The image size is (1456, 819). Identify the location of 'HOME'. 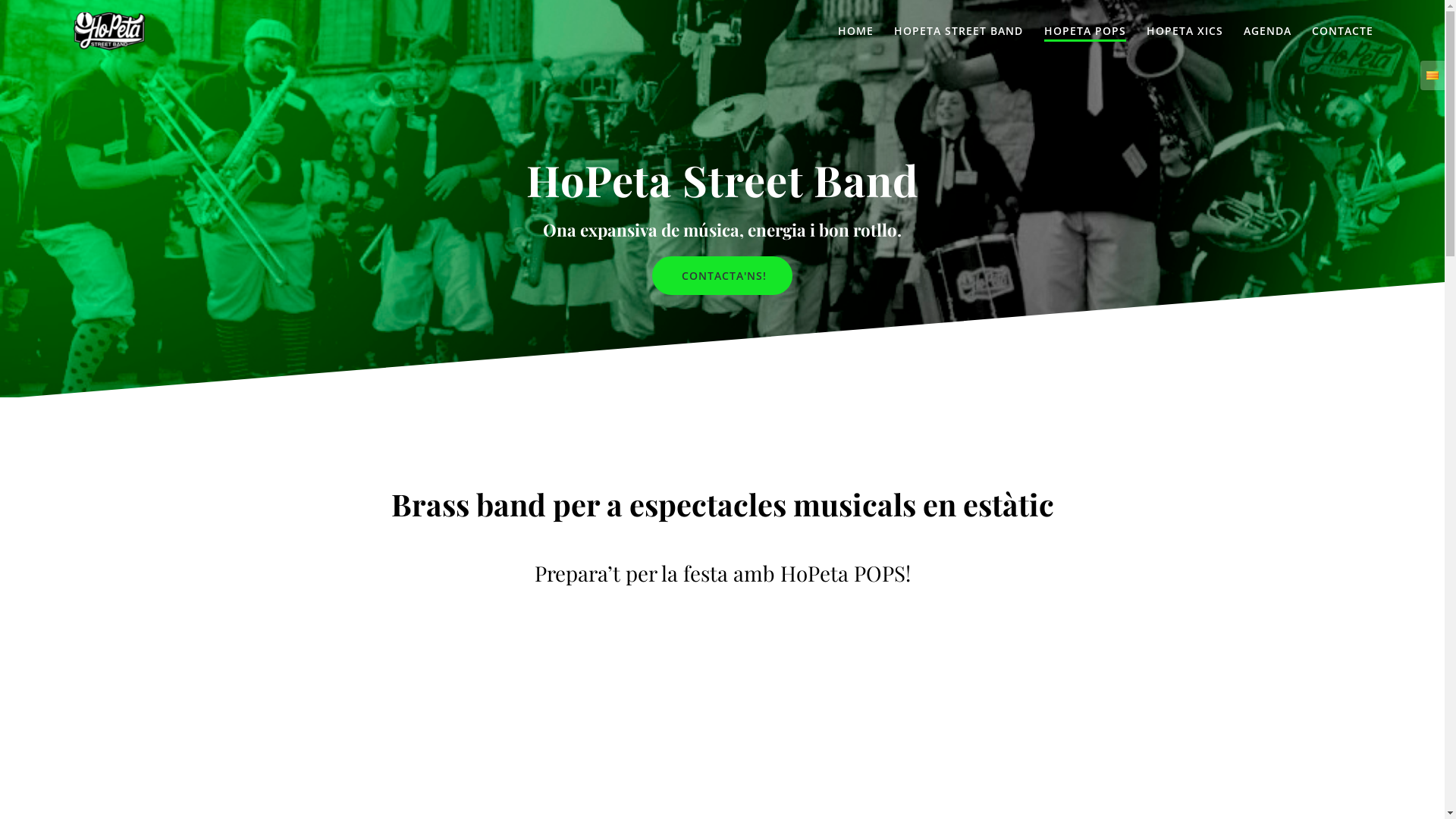
(836, 32).